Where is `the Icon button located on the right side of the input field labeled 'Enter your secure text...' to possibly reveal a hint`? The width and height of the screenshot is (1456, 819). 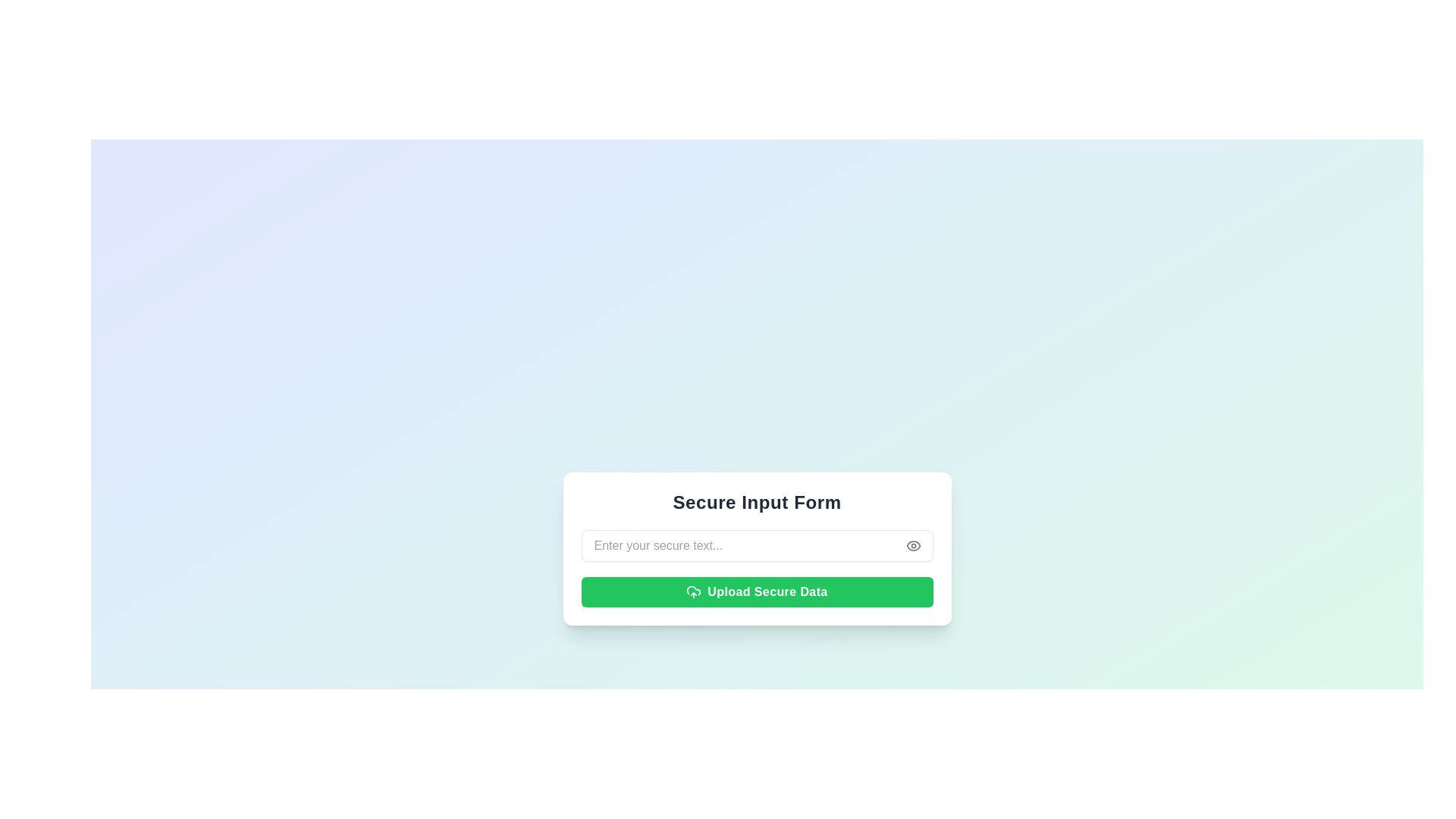
the Icon button located on the right side of the input field labeled 'Enter your secure text...' to possibly reveal a hint is located at coordinates (912, 546).